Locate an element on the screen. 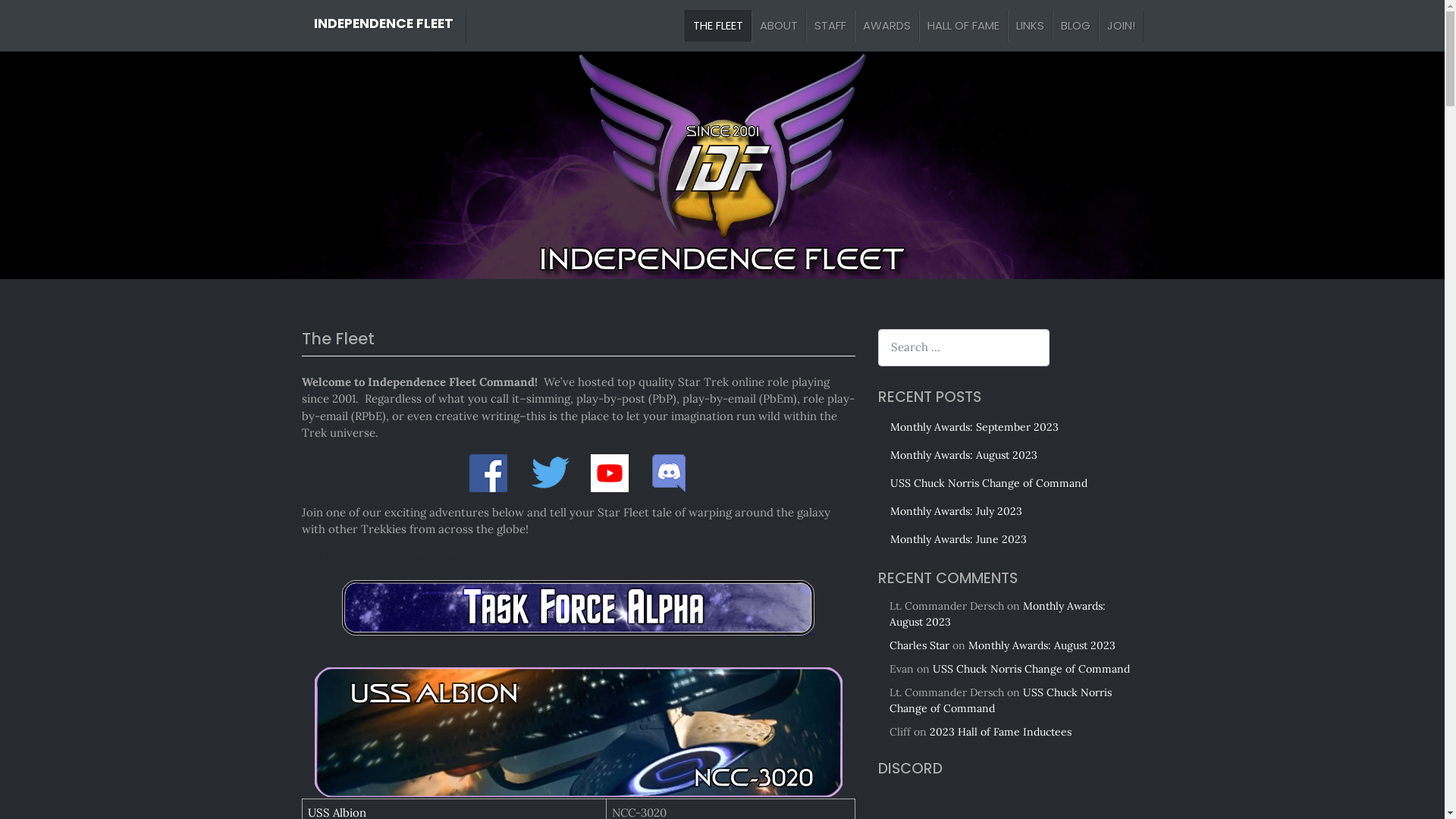 Image resolution: width=1456 pixels, height=819 pixels. 'Monthly Awards: August 2023' is located at coordinates (996, 613).